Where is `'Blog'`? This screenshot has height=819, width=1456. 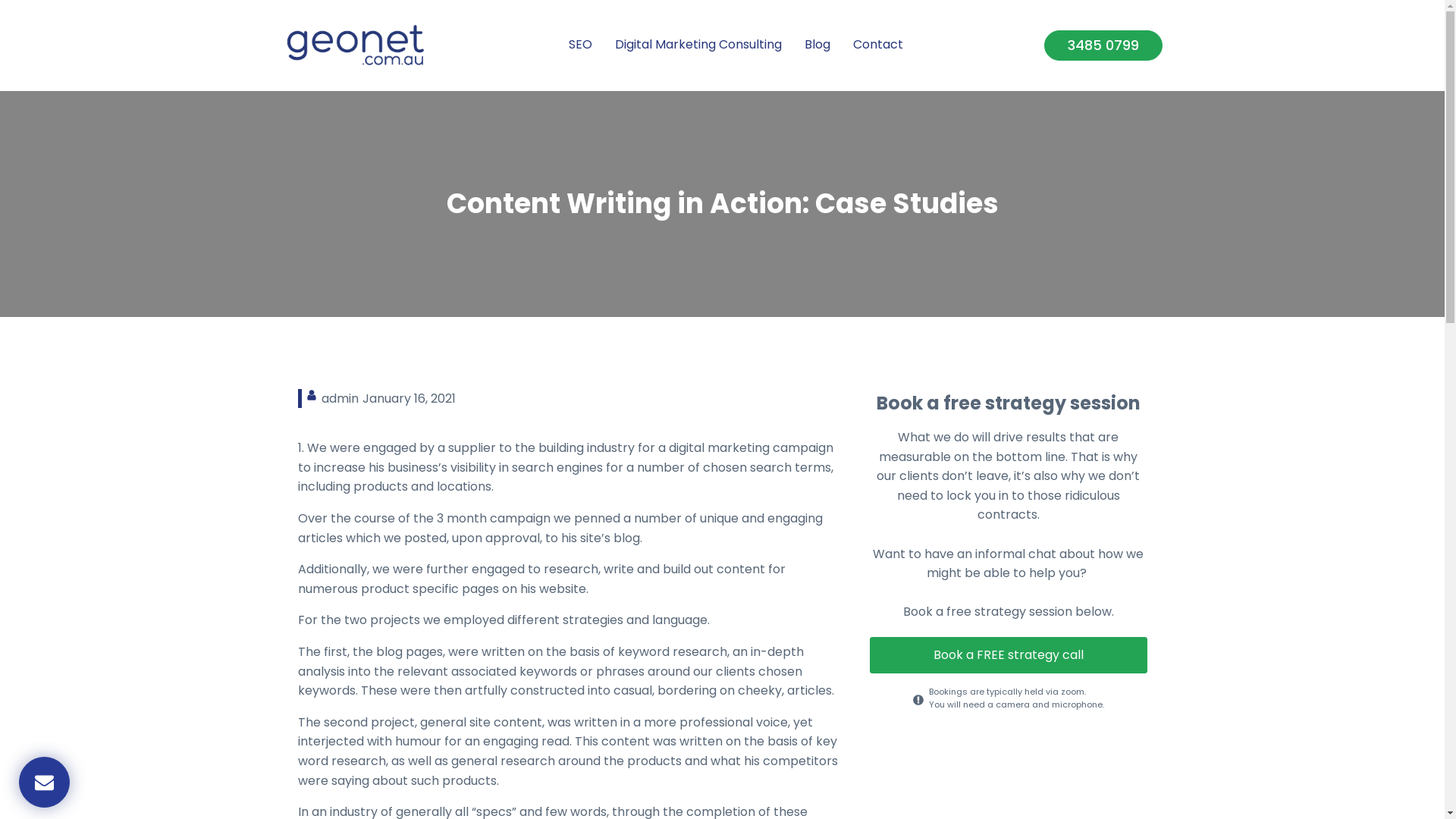
'Blog' is located at coordinates (817, 45).